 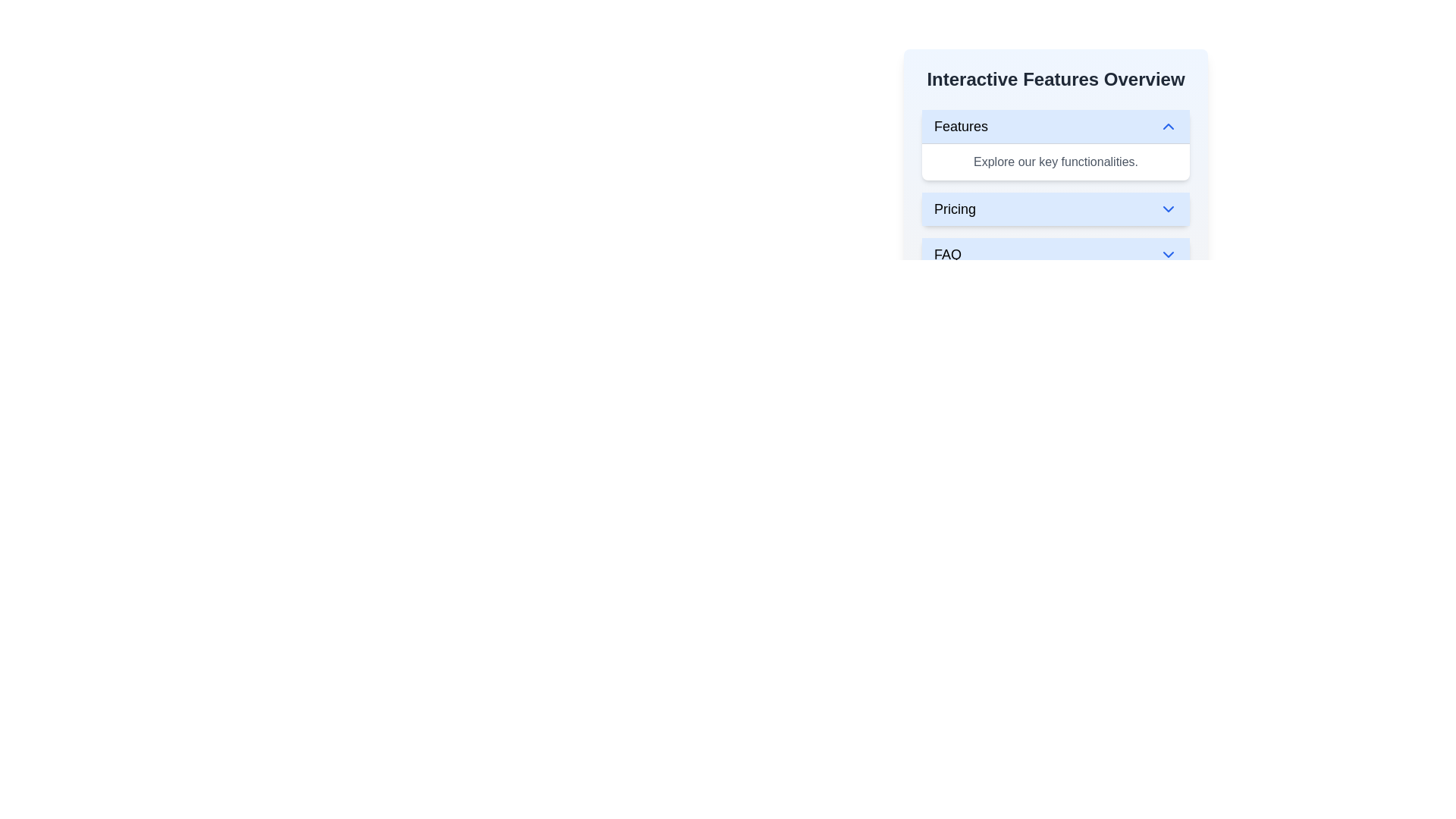 What do you see at coordinates (1167, 253) in the screenshot?
I see `the Dropdown indicator icon located on the far-right side of the 'FAQ' button within the 'Interactive Features Overview' section` at bounding box center [1167, 253].